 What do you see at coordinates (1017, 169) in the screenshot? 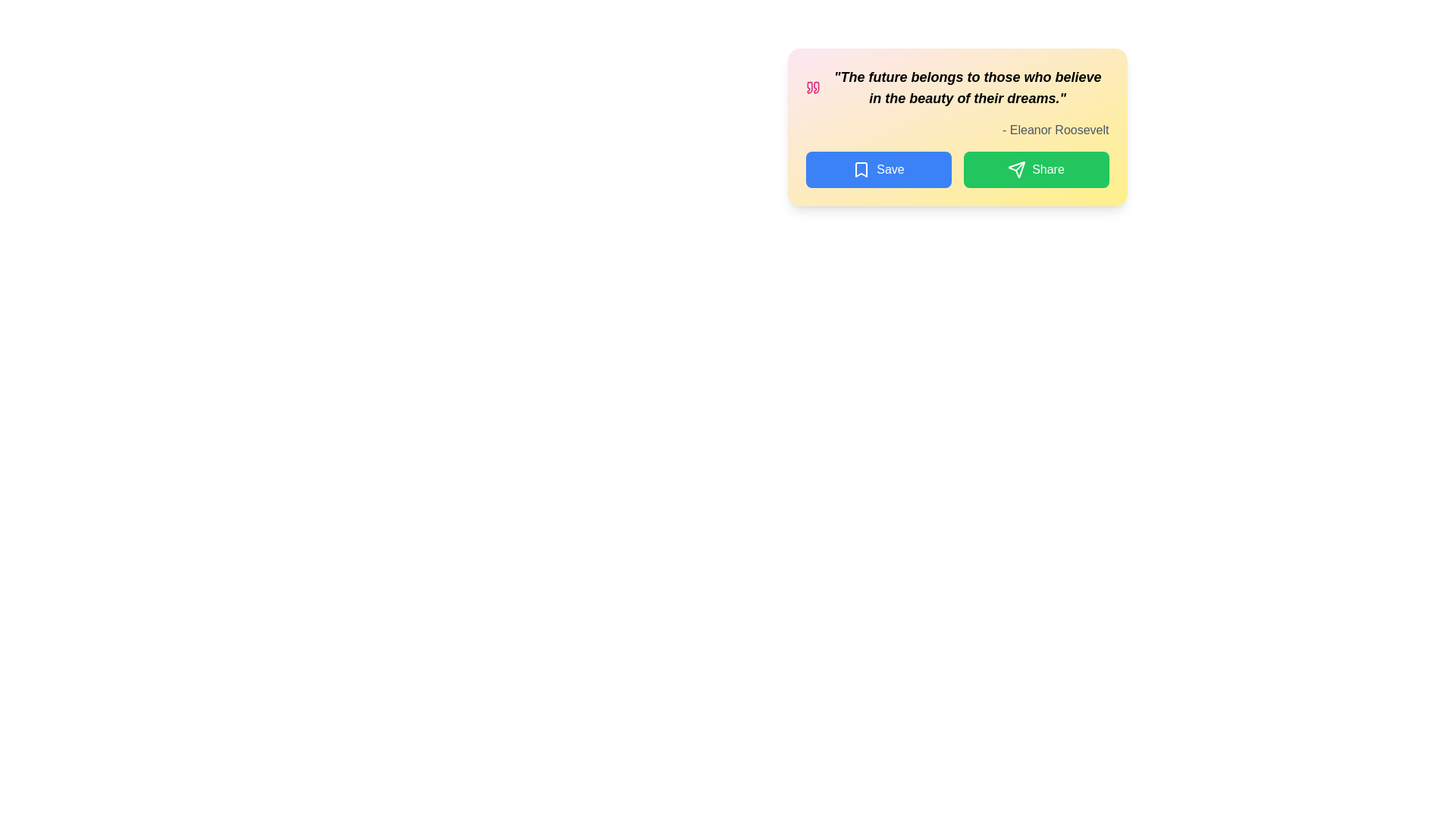
I see `the 'Share' button's vector graphic, which serves as a visual indicator for the share action, located to the right of the 'Save' button` at bounding box center [1017, 169].